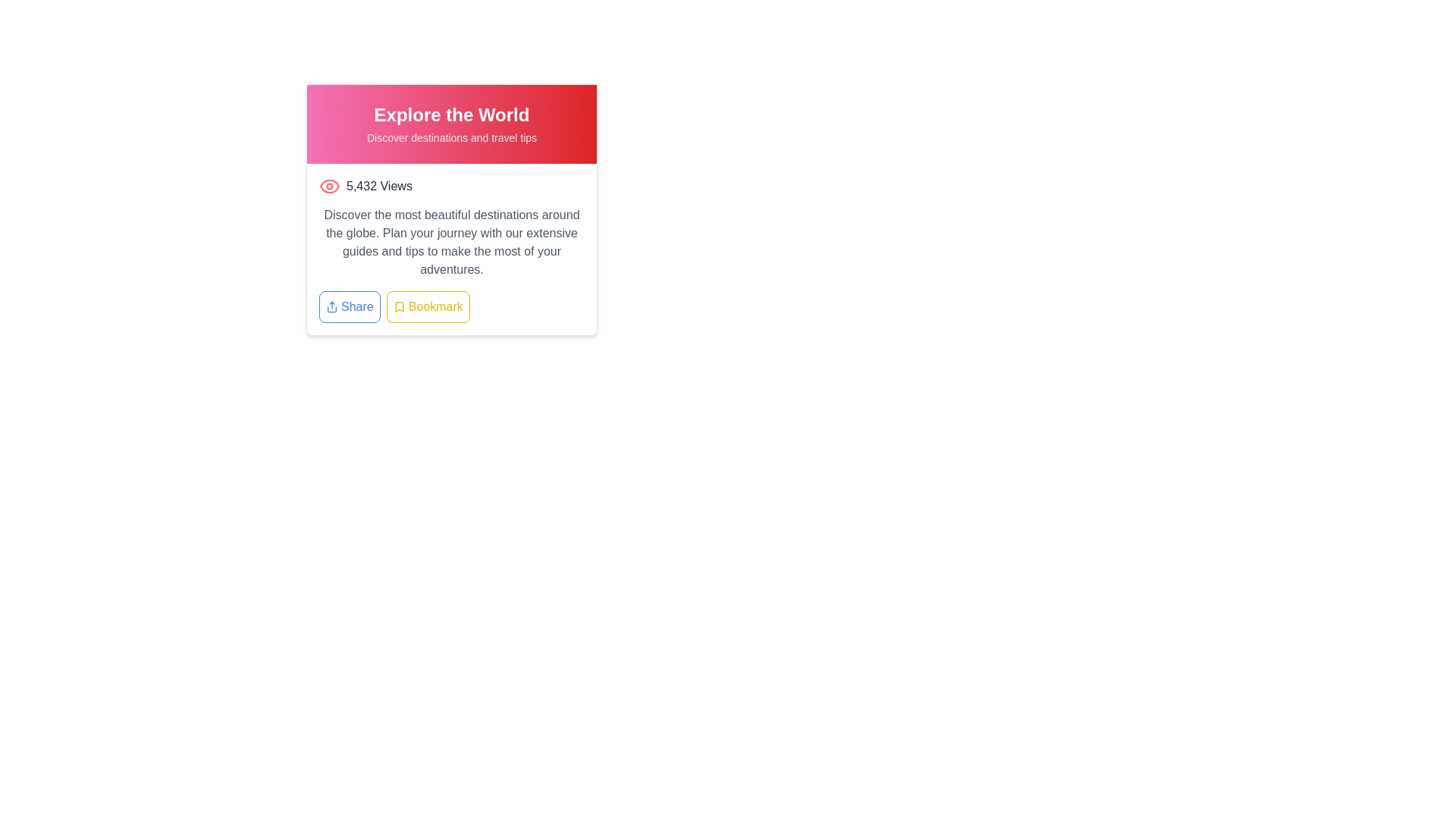 Image resolution: width=1456 pixels, height=819 pixels. Describe the element at coordinates (450, 307) in the screenshot. I see `the 'Bookmark' button, which is a rectangular button with yellow text and a bookmark icon, located towards the bottom right of the section containing the description text` at that location.